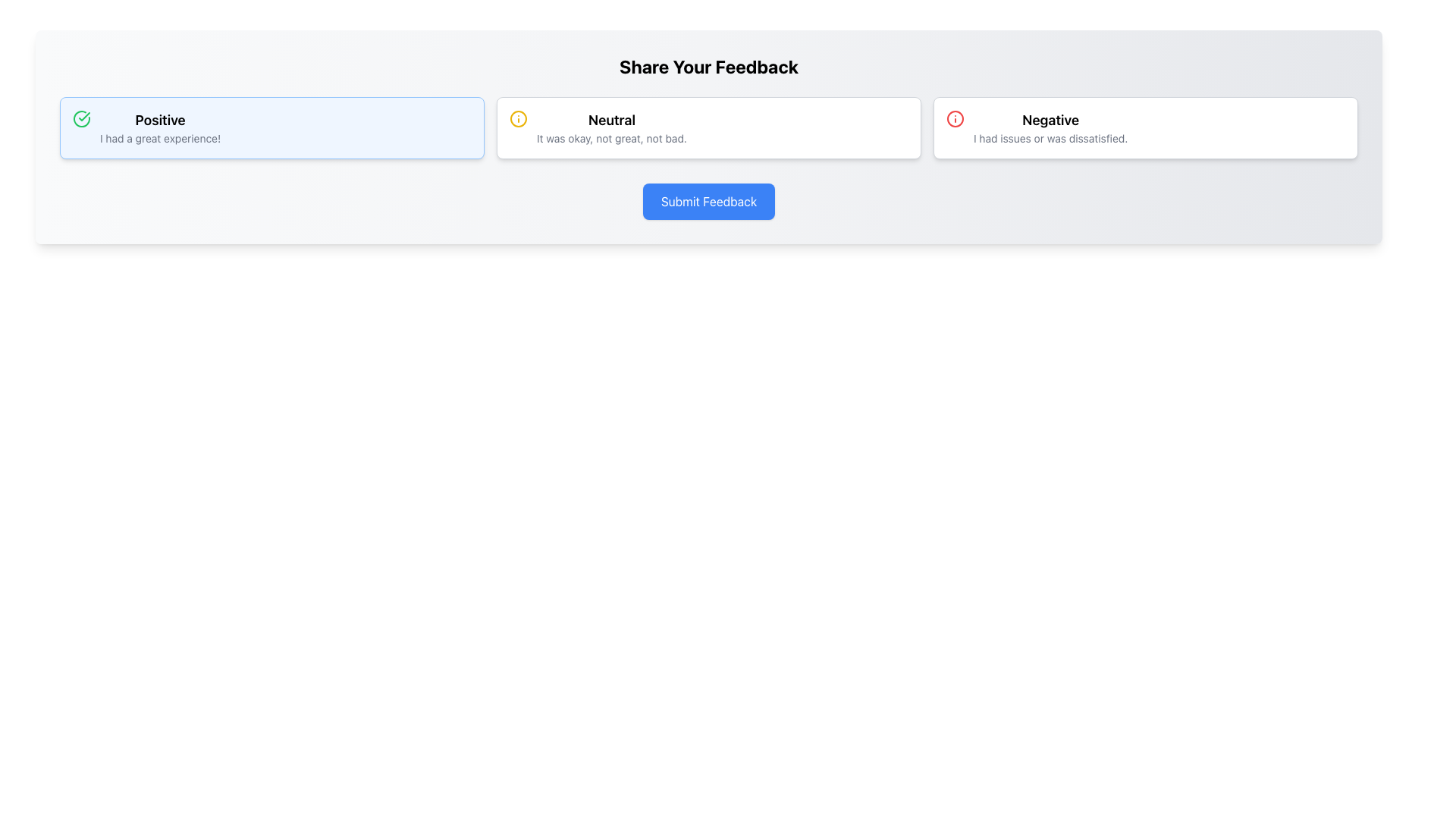  Describe the element at coordinates (708, 66) in the screenshot. I see `the heading that states 'Share Your Feedback', which is styled in large, bold black text and positioned at the top of the feedback section` at that location.